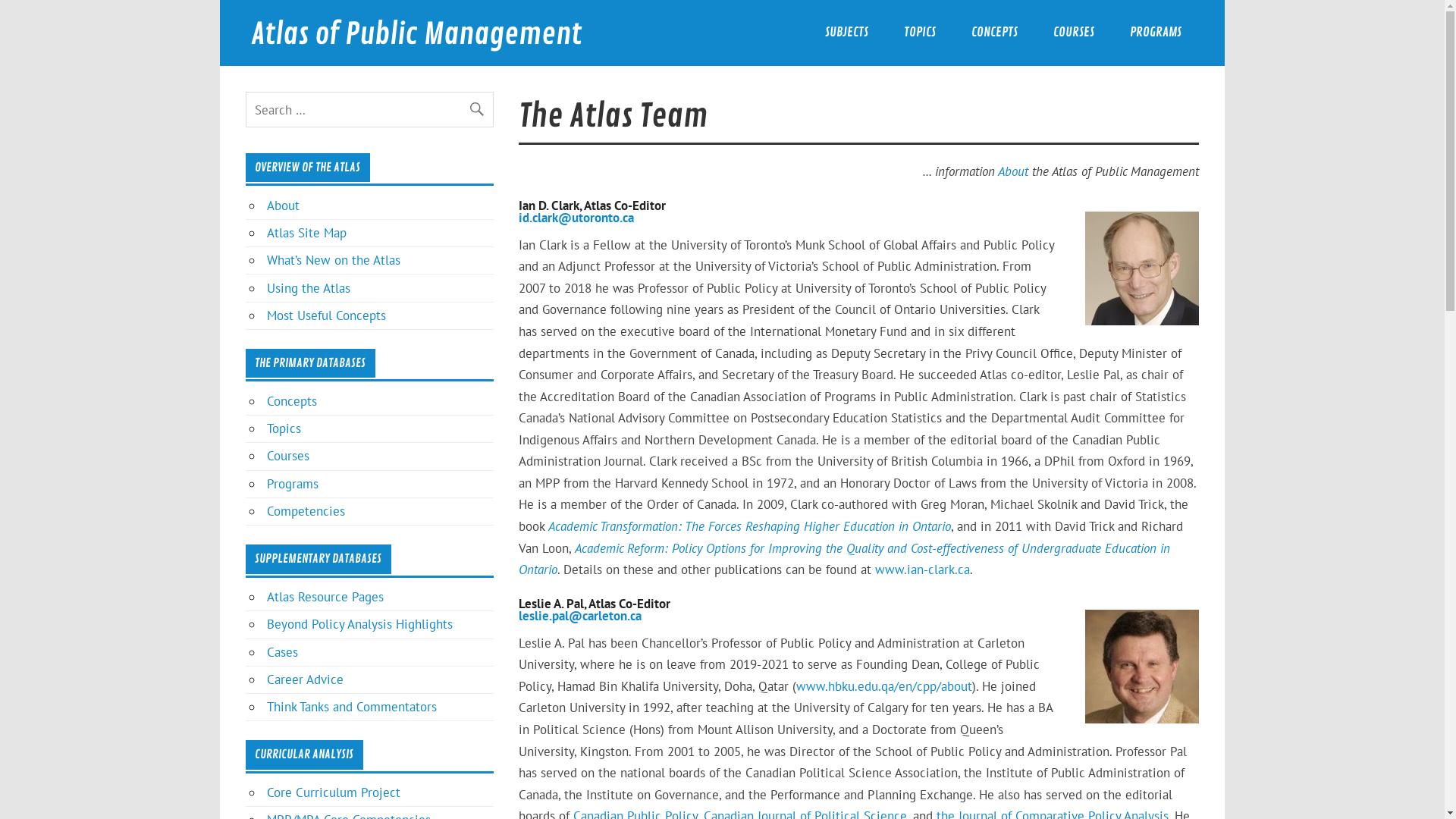  I want to click on 'www.hbku.edu.qa/en/cpp/about', so click(795, 686).